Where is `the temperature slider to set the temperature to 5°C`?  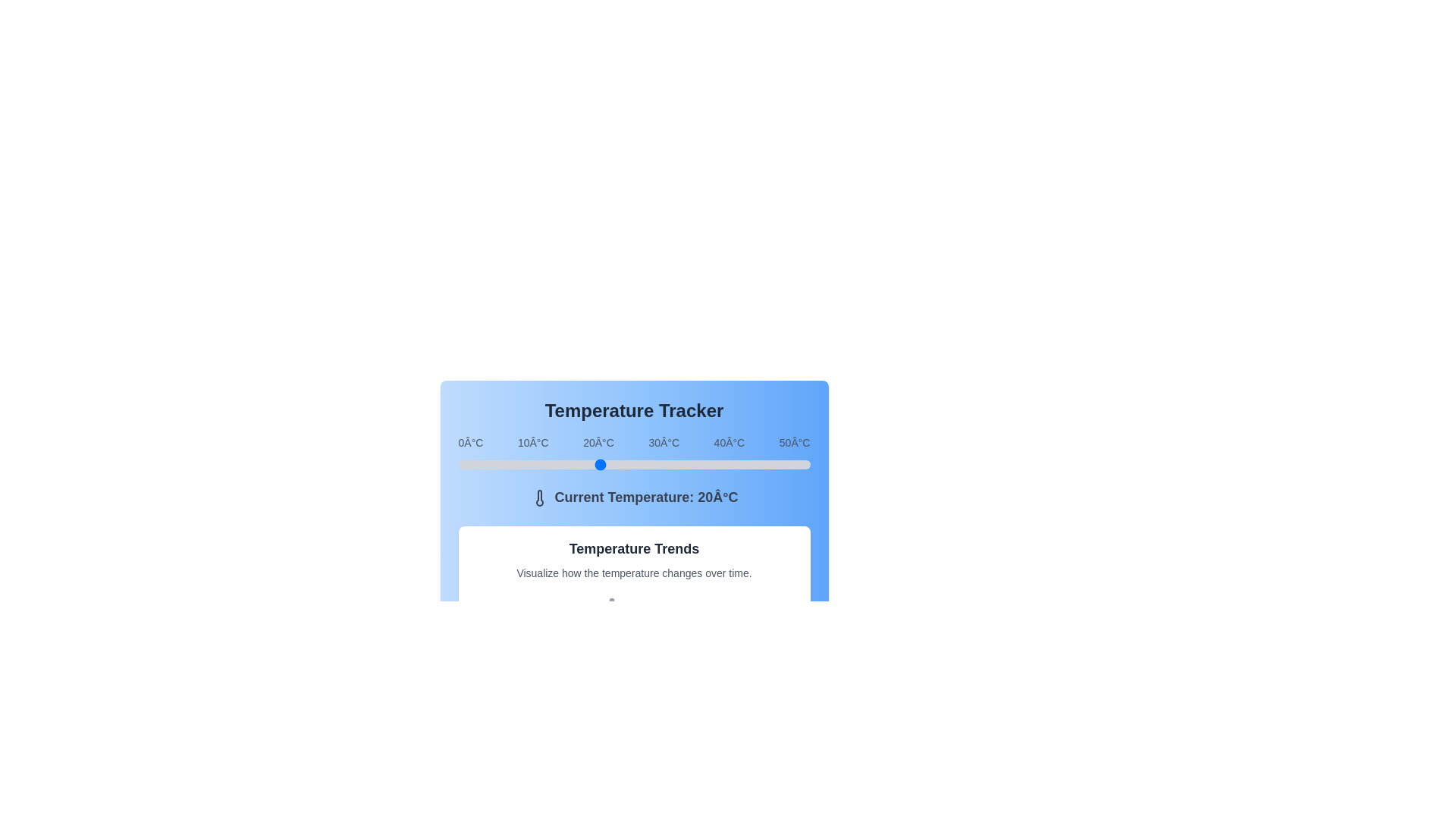 the temperature slider to set the temperature to 5°C is located at coordinates (493, 464).